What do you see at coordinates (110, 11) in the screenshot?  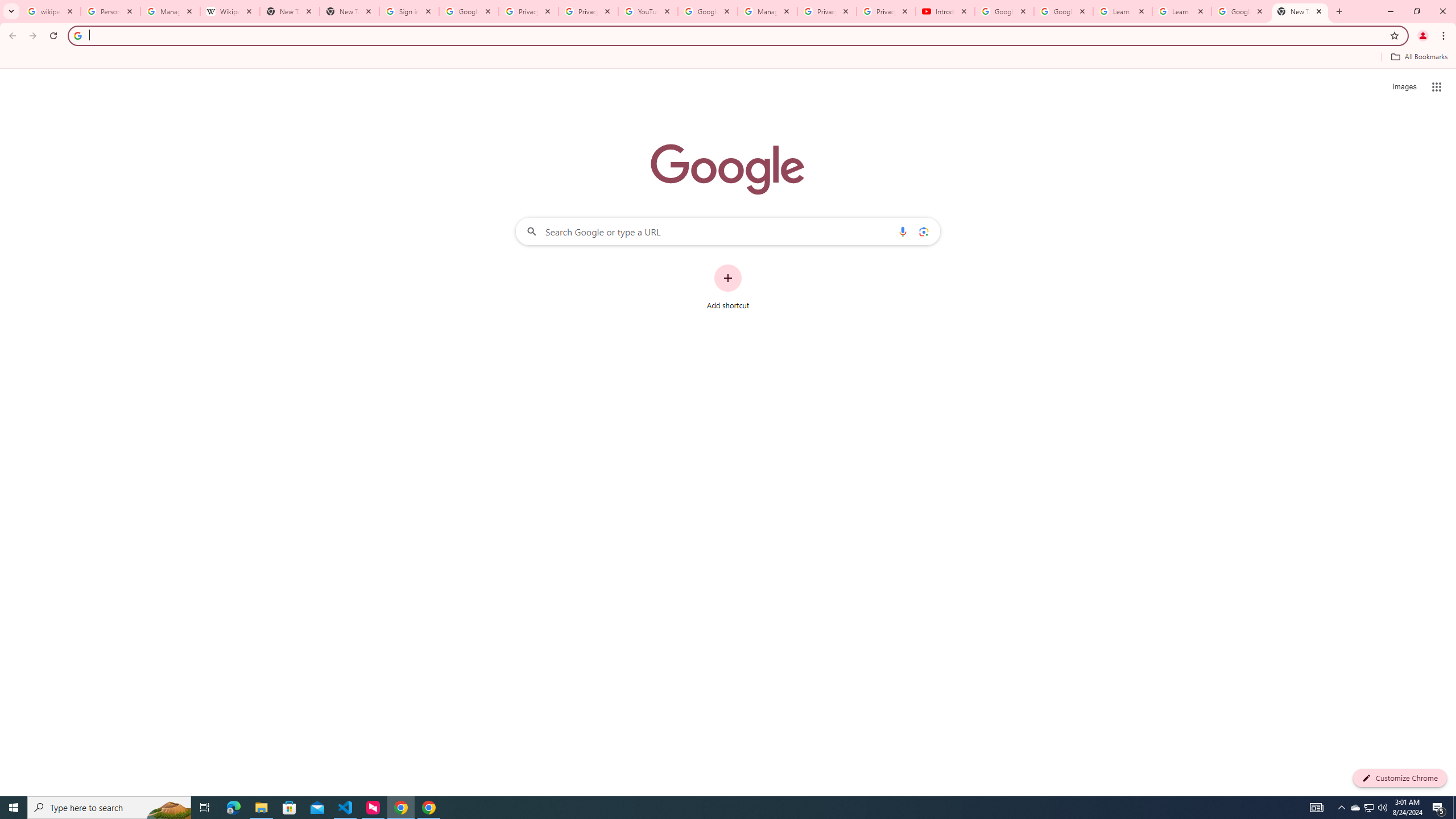 I see `'Personalization & Google Search results - Google Search Help'` at bounding box center [110, 11].